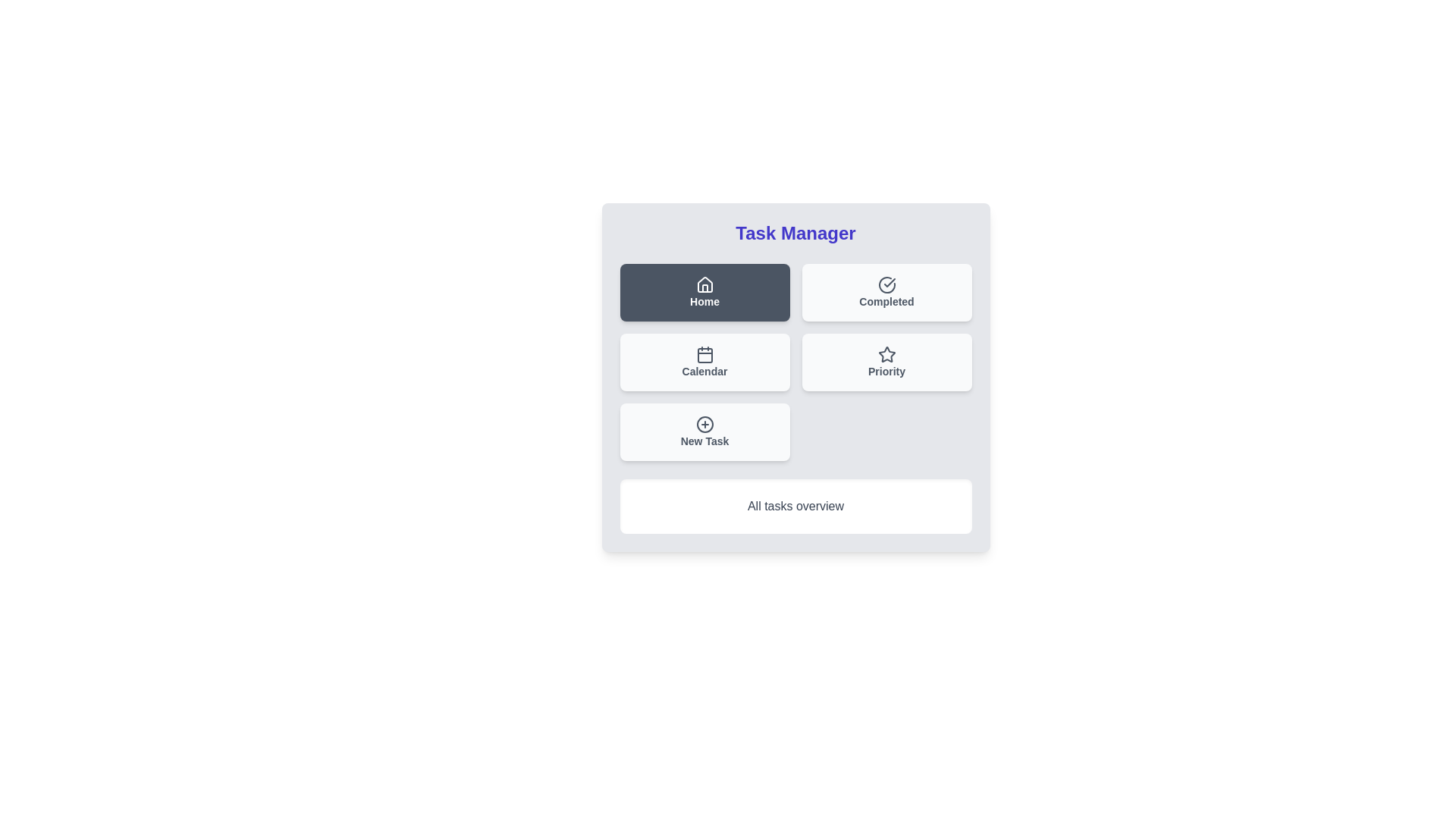 The height and width of the screenshot is (819, 1456). What do you see at coordinates (704, 301) in the screenshot?
I see `static text label displaying 'Home' in white color, located within a rounded rectangle button with a grayish-blue background, centrally positioned beneath a house icon` at bounding box center [704, 301].